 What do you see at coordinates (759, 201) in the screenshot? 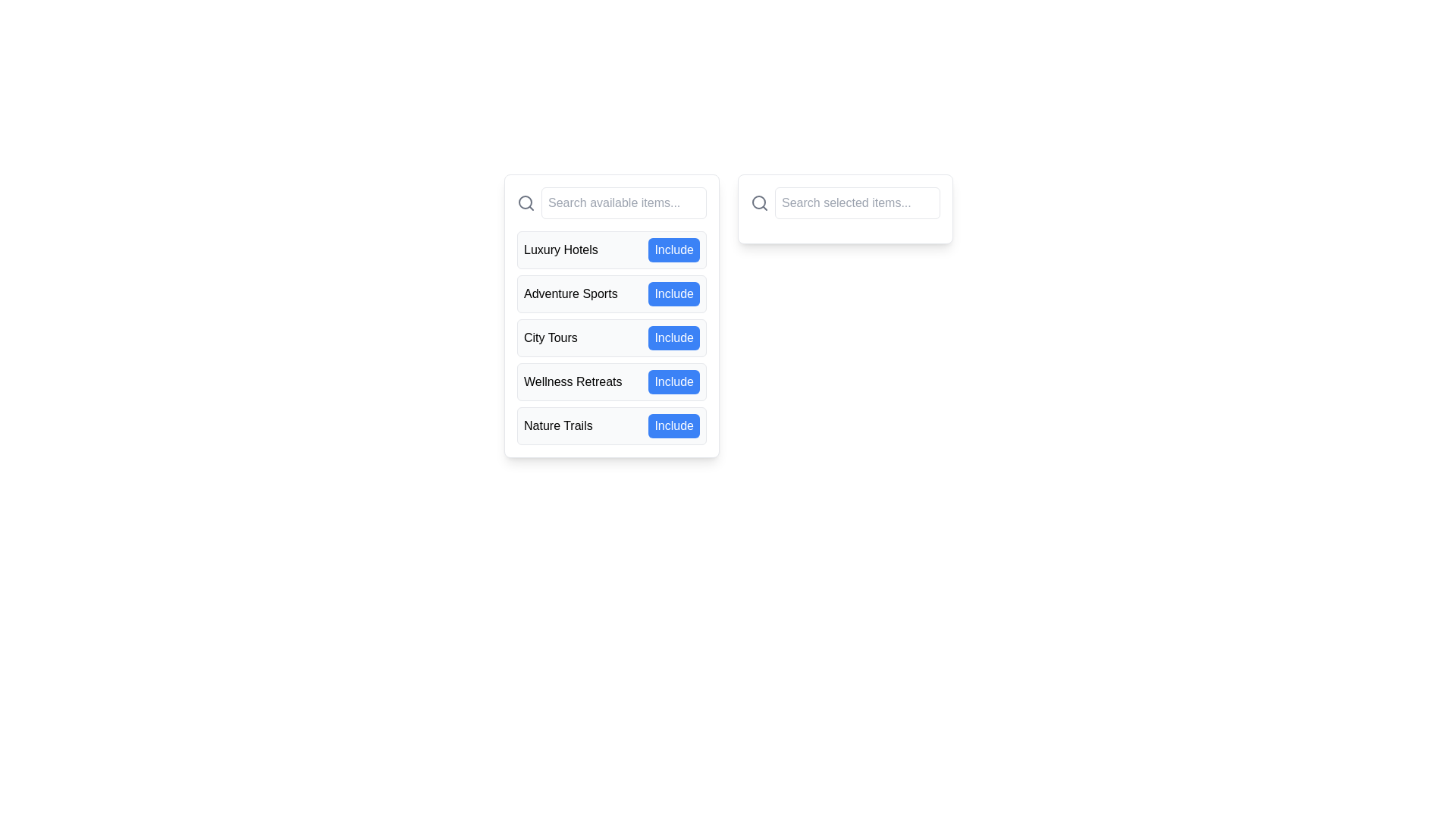
I see `the central circular element of the magnifying glass icon used for search functionality` at bounding box center [759, 201].